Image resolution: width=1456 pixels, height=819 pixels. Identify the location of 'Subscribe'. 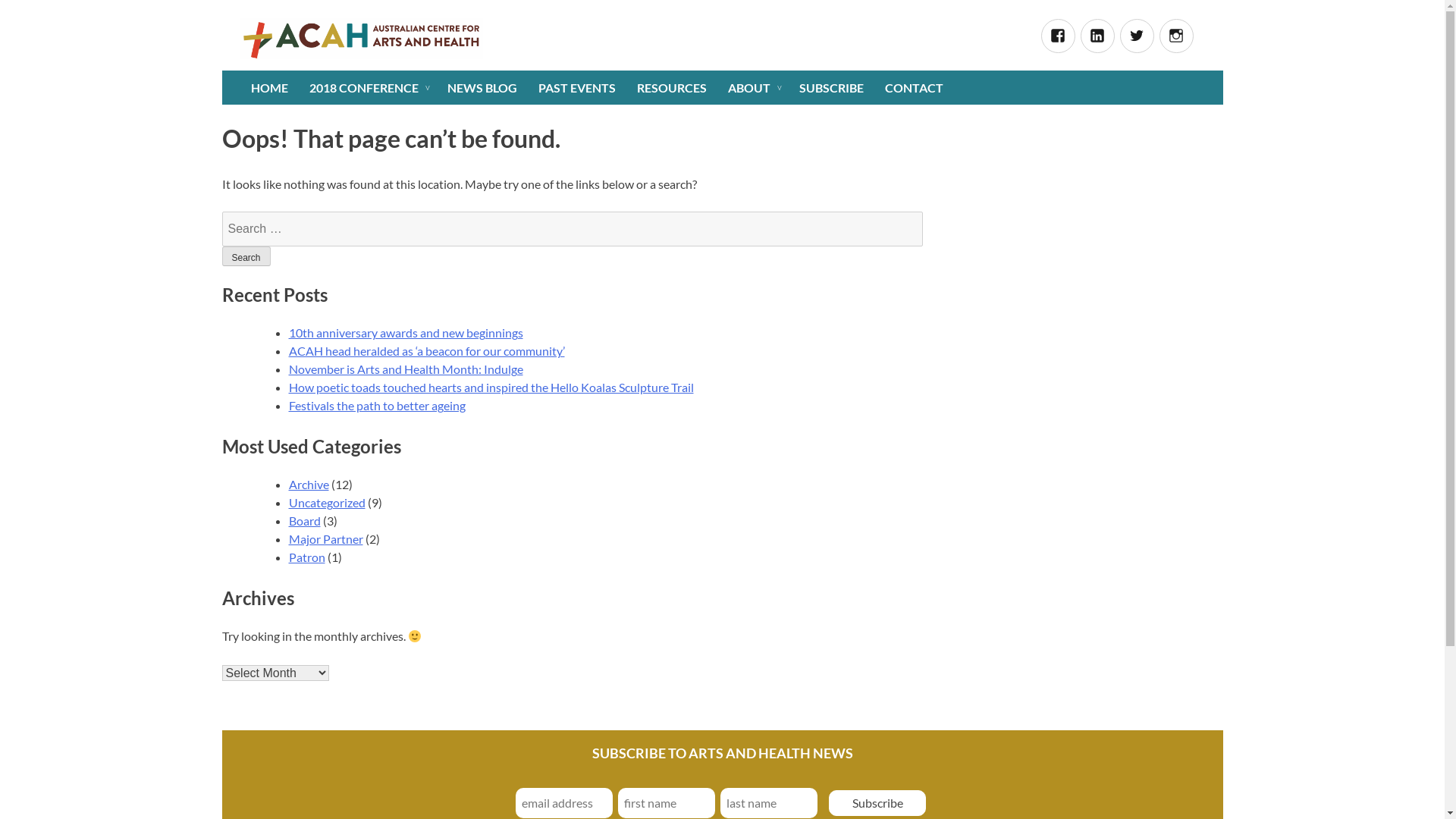
(877, 802).